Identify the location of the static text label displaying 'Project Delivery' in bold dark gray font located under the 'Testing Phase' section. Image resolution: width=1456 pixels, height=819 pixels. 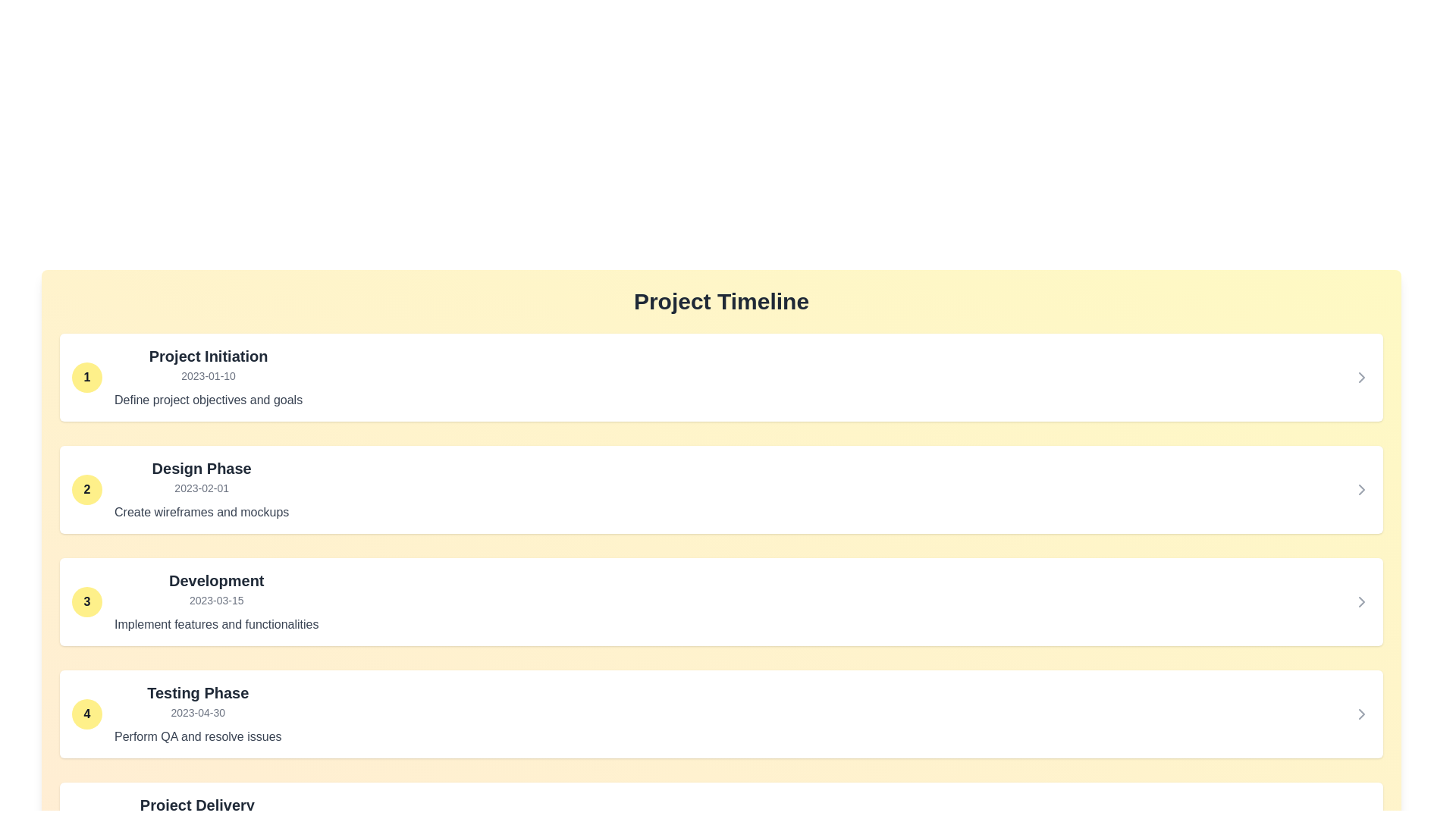
(196, 804).